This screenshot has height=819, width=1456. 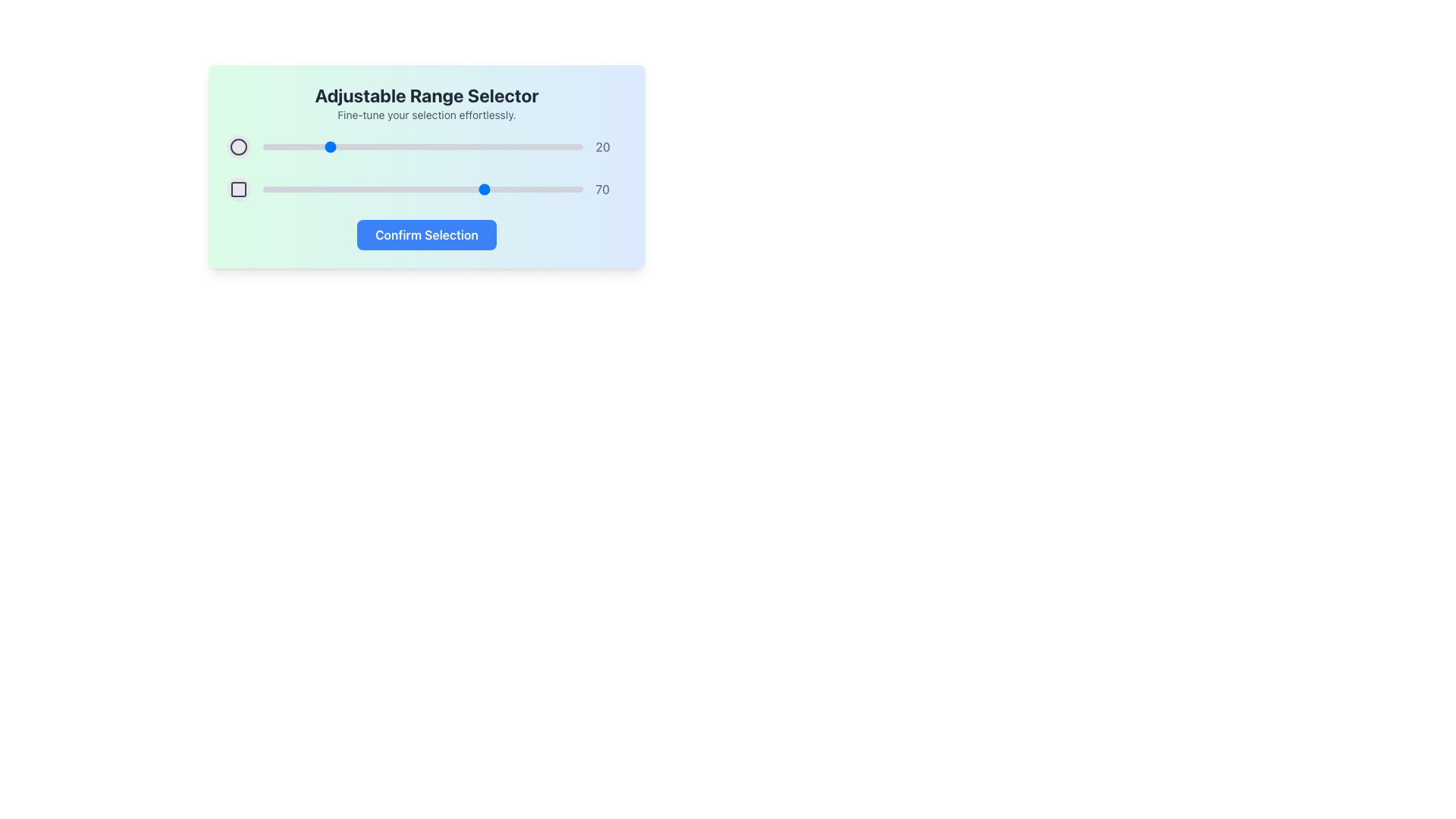 What do you see at coordinates (516, 189) in the screenshot?
I see `the slider value` at bounding box center [516, 189].